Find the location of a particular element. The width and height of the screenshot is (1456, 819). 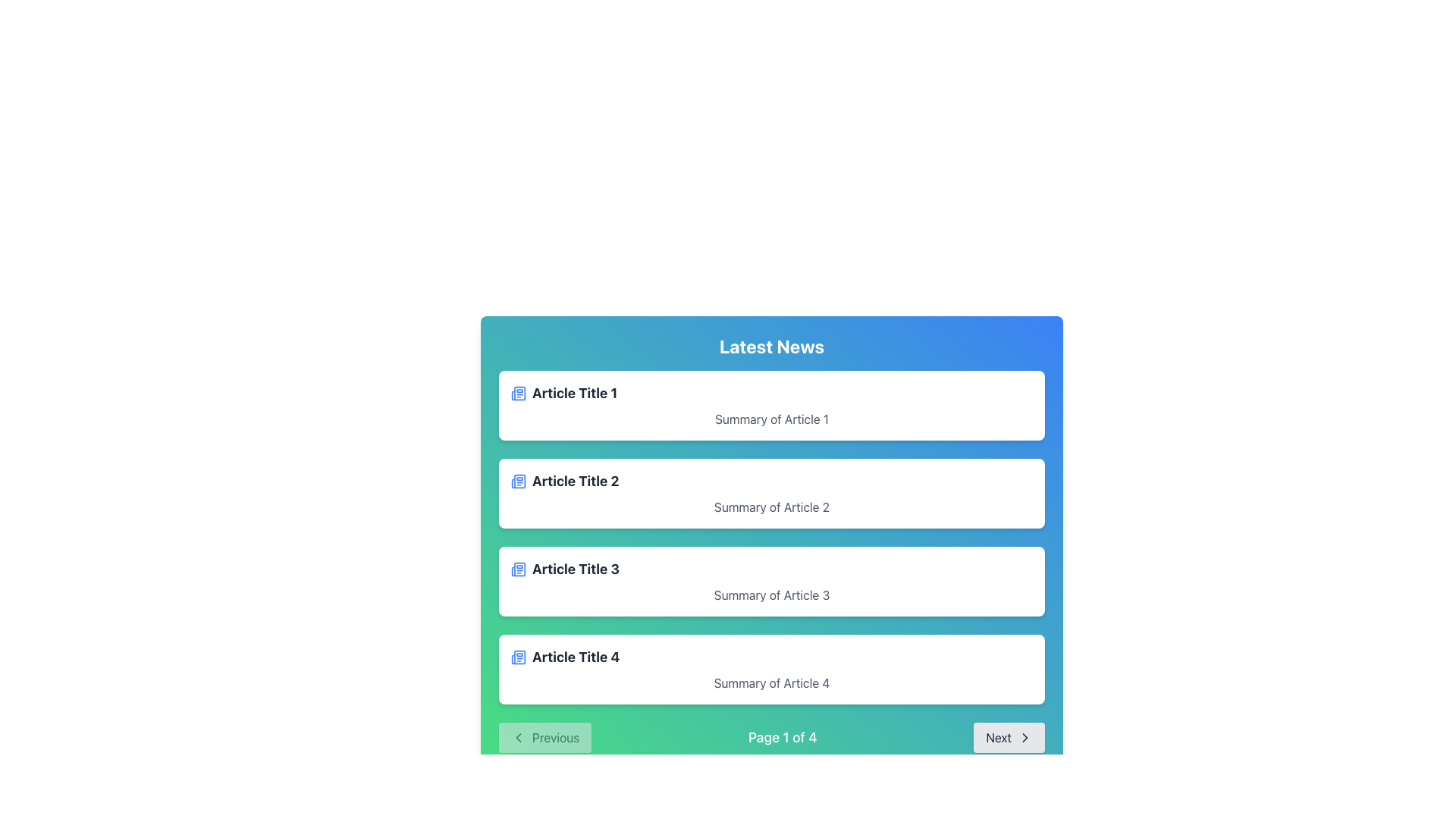

the 'Previous' button icon located at the bottom-left corner of the interface, which allows the user is located at coordinates (519, 736).